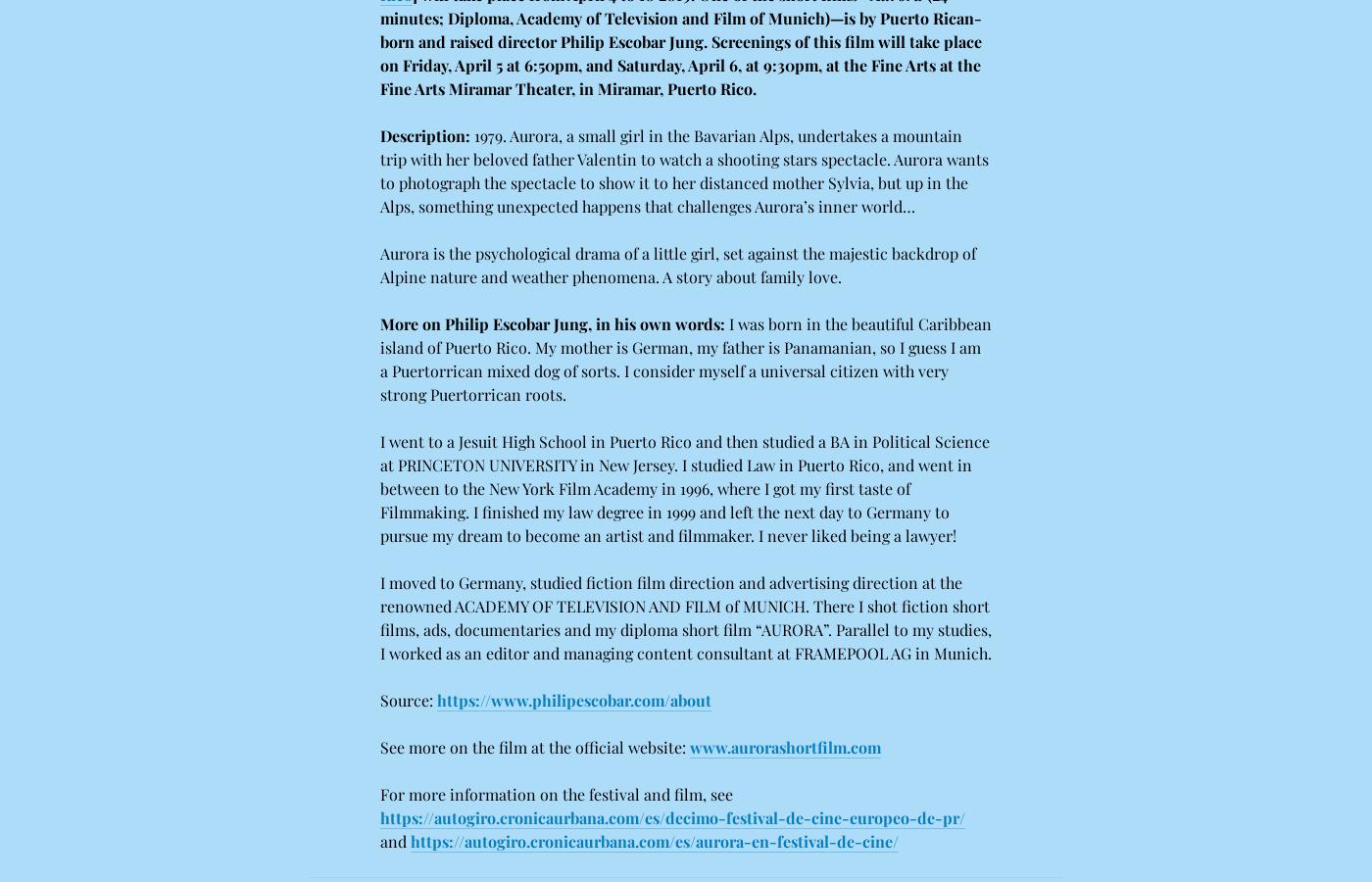 The image size is (1372, 882). Describe the element at coordinates (379, 135) in the screenshot. I see `'Description:'` at that location.